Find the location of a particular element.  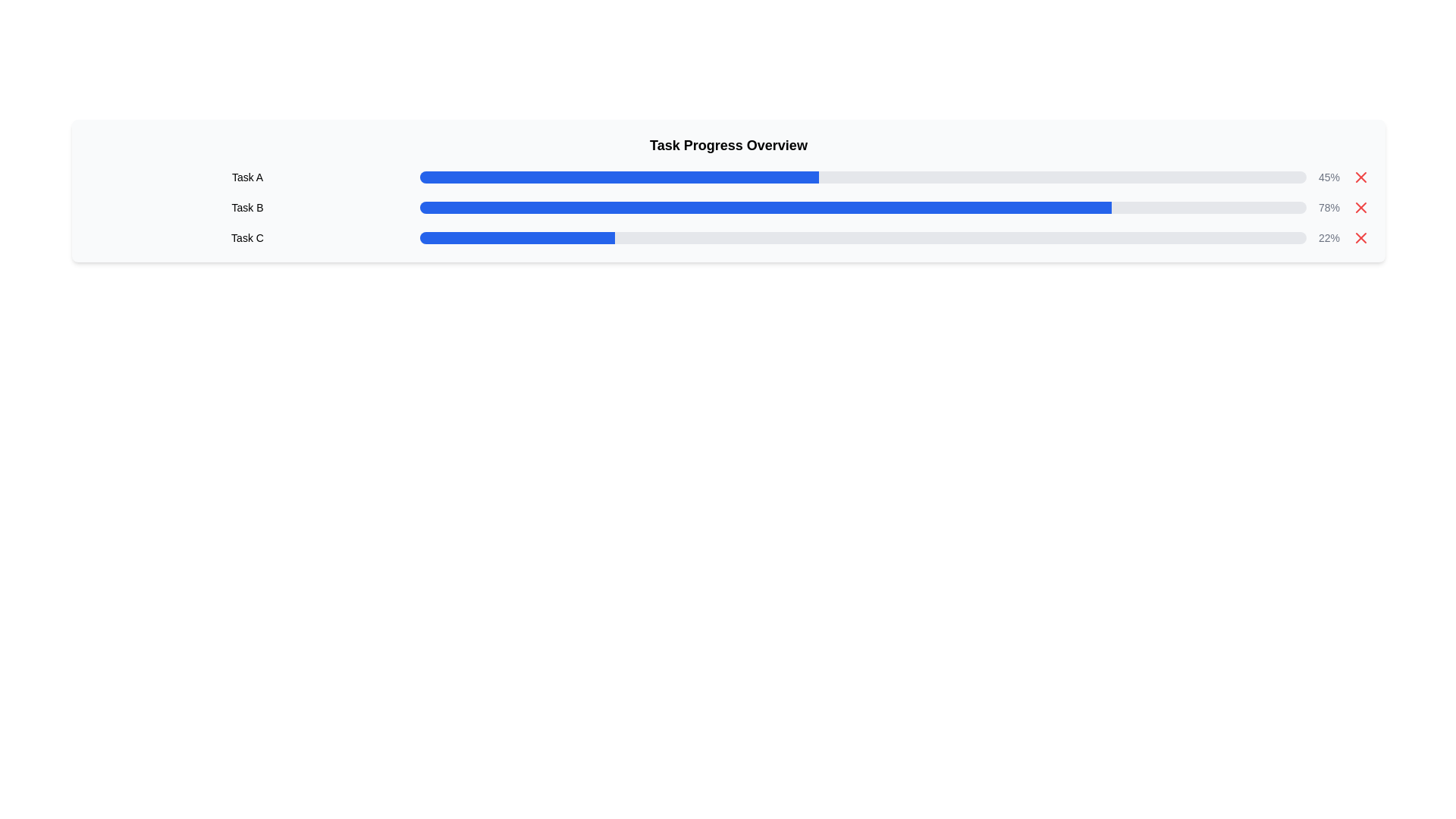

text displayed in the bold text label 'Task Progress Overview', which is positioned at the upper part of the dashboard is located at coordinates (728, 146).